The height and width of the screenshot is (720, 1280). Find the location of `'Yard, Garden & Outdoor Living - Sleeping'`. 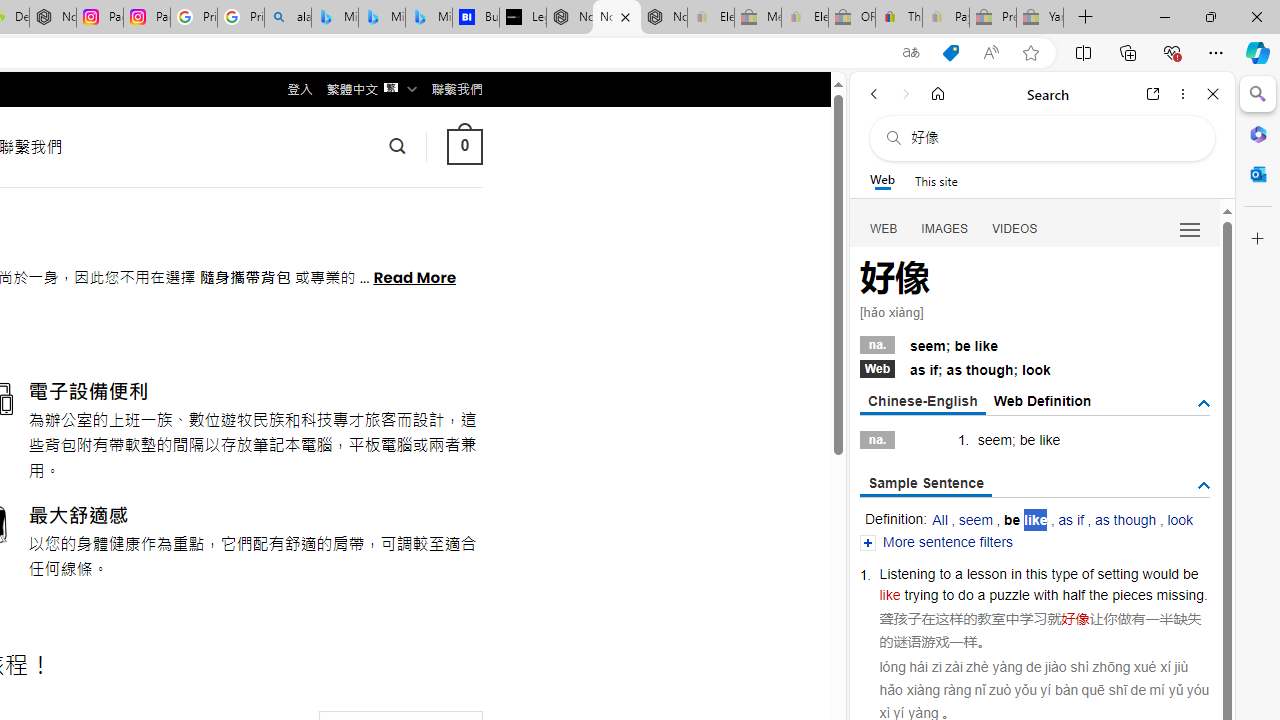

'Yard, Garden & Outdoor Living - Sleeping' is located at coordinates (1040, 17).